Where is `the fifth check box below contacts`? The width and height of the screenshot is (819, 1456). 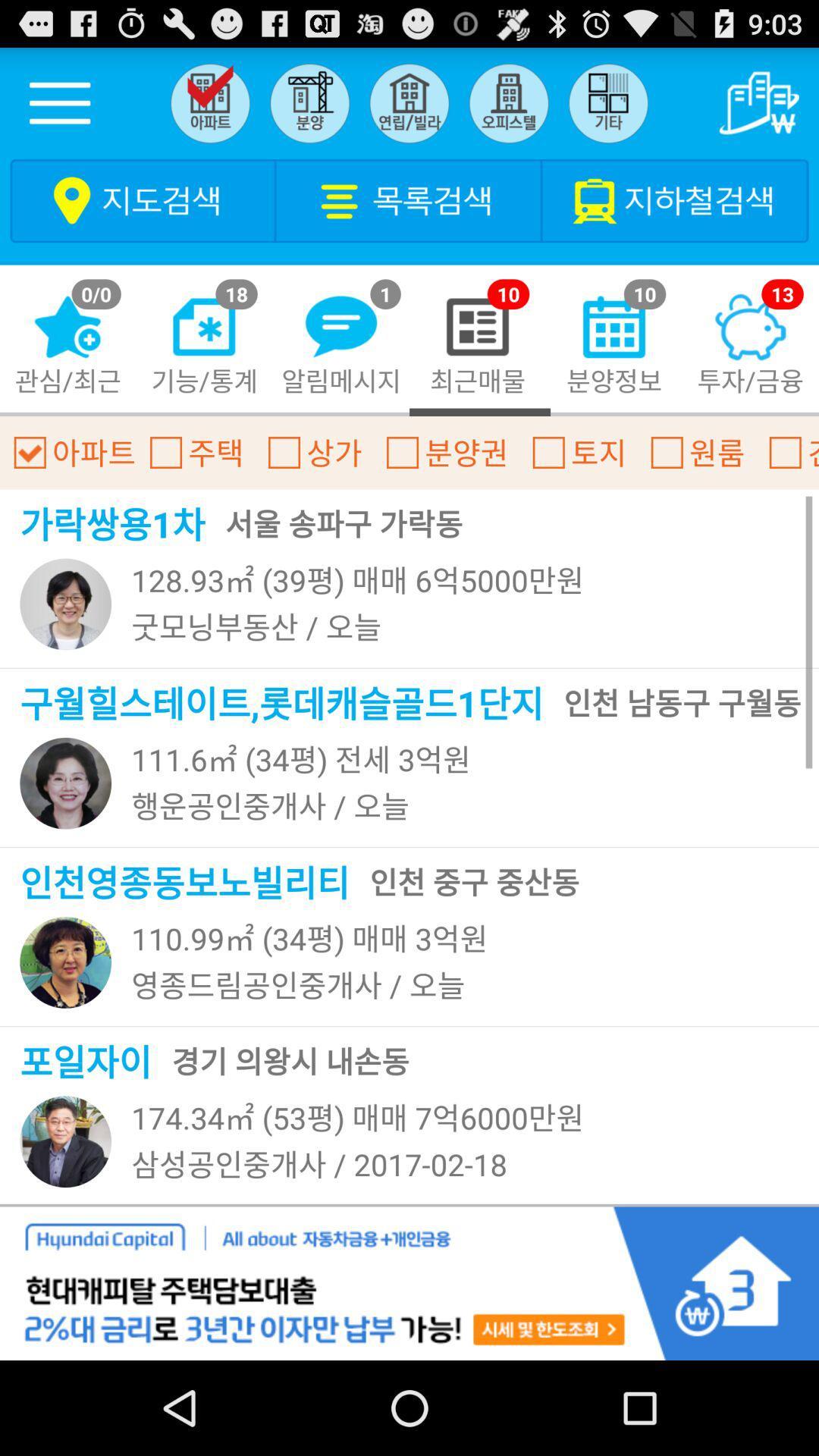
the fifth check box below contacts is located at coordinates (549, 451).